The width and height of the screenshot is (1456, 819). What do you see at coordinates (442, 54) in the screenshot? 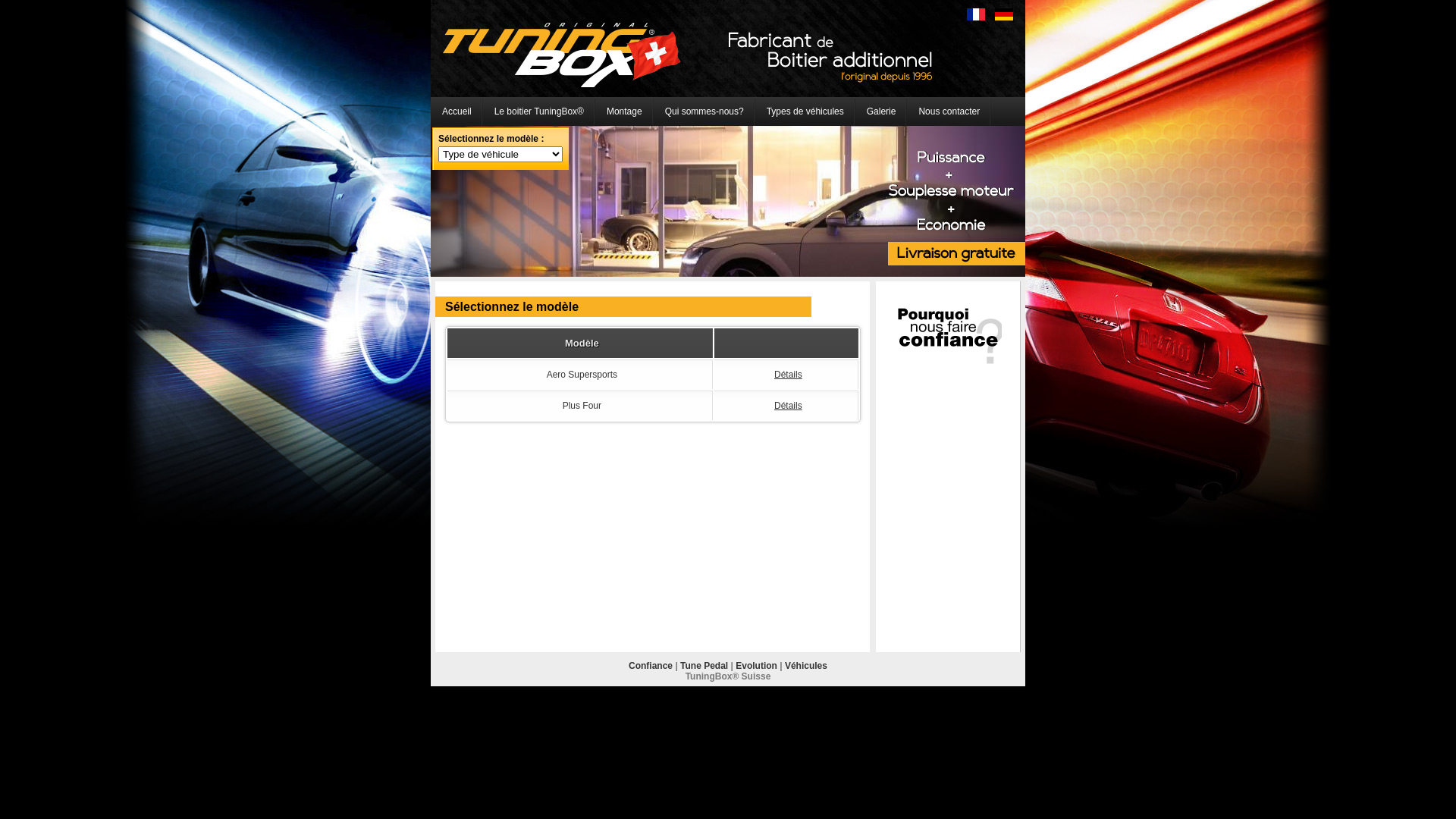
I see `'Boitier additionnel Tuningbox'` at bounding box center [442, 54].